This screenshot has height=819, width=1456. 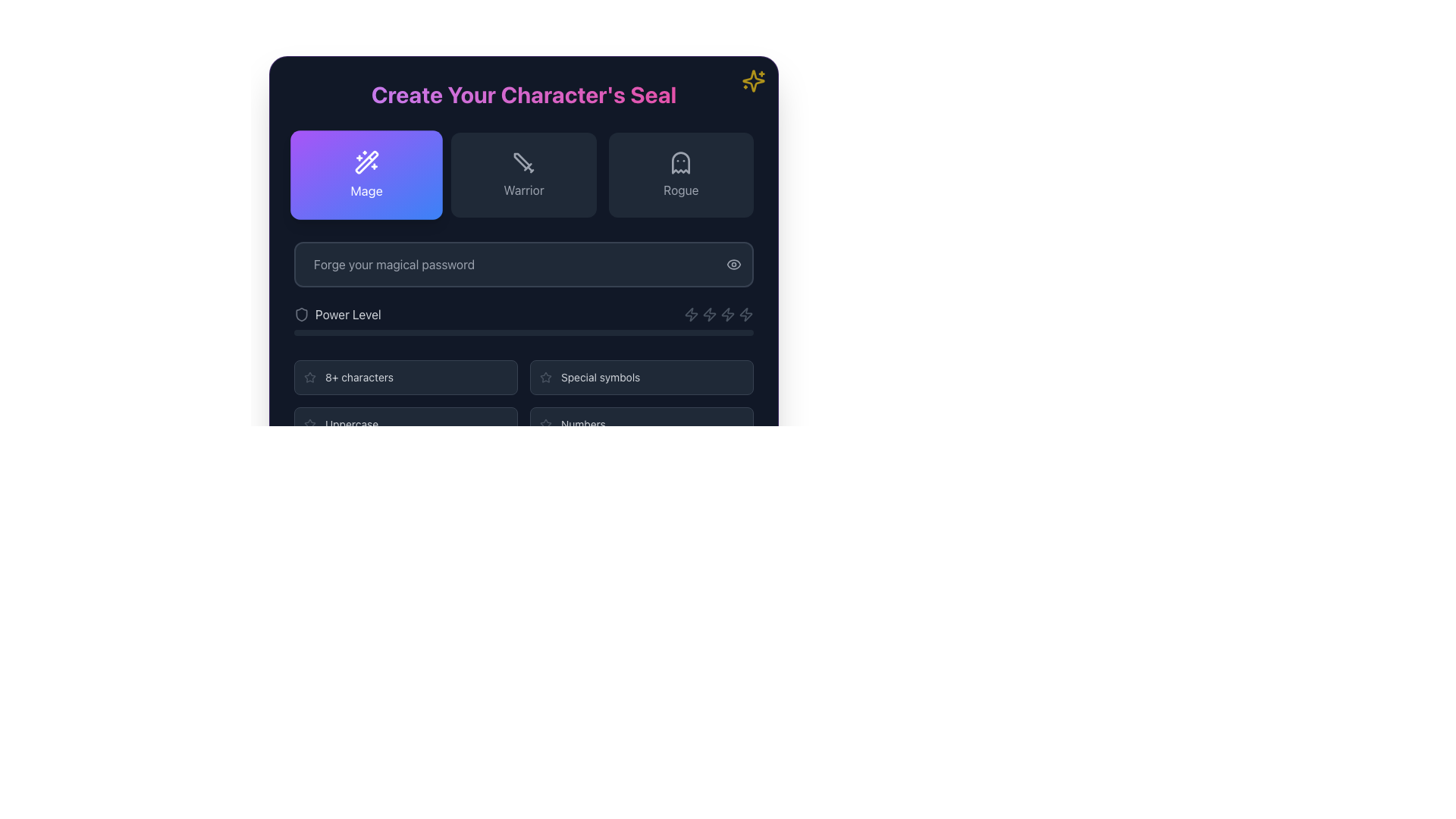 What do you see at coordinates (309, 376) in the screenshot?
I see `the decorative icon positioned to the left of the '8+ characters' text in the password validation section` at bounding box center [309, 376].